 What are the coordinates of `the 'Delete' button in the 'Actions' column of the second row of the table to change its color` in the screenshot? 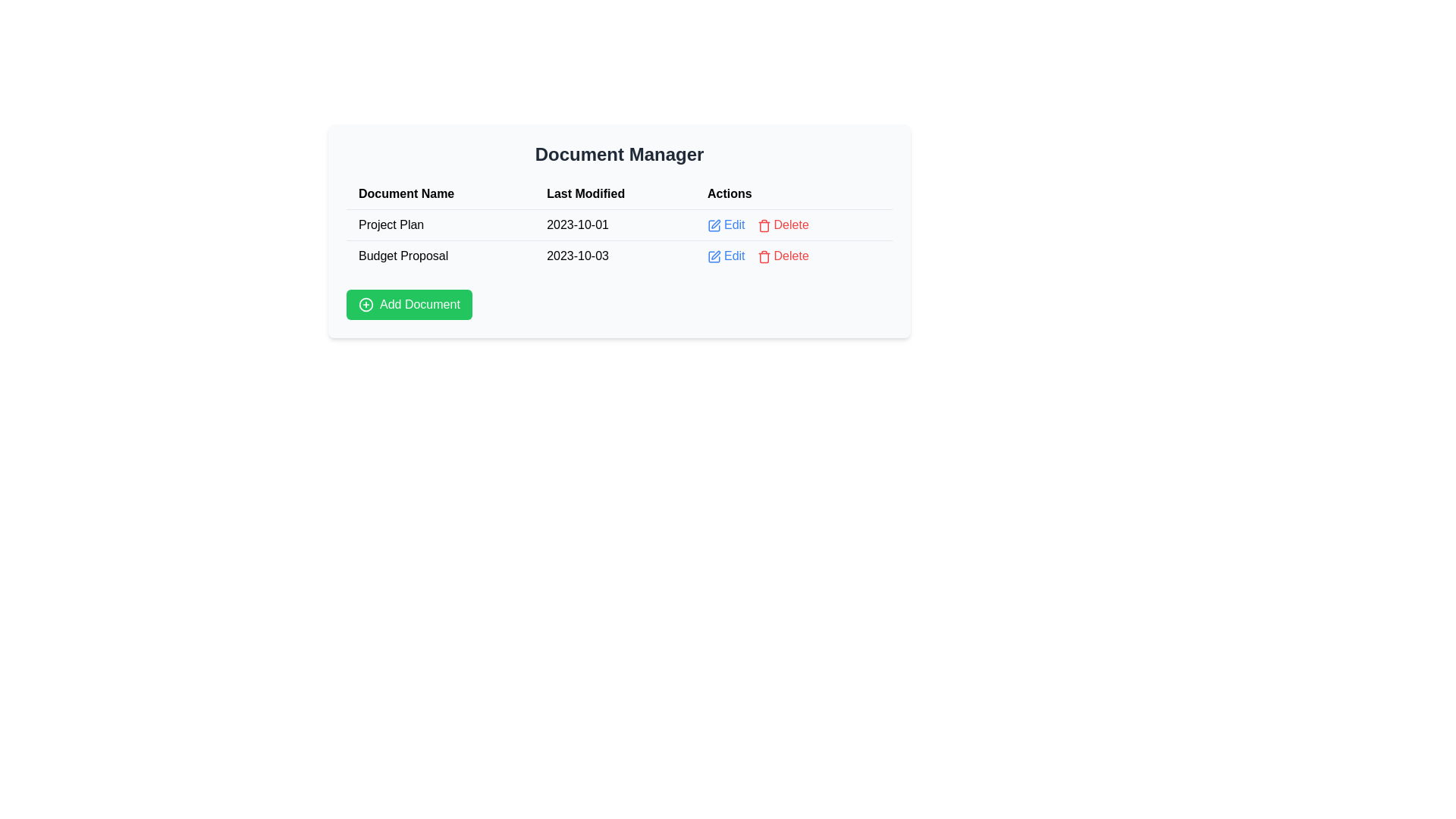 It's located at (783, 256).